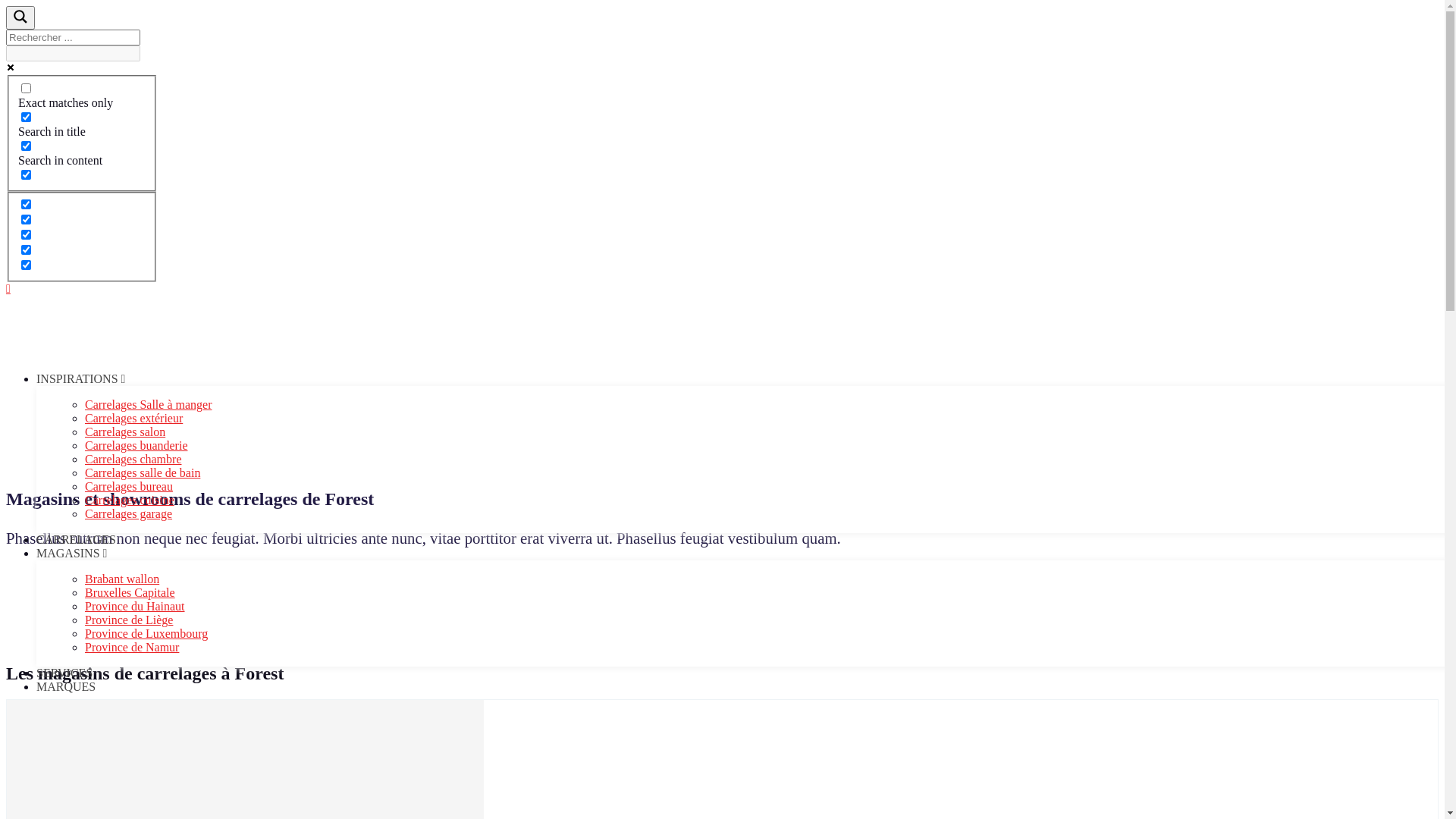 Image resolution: width=1456 pixels, height=819 pixels. What do you see at coordinates (64, 672) in the screenshot?
I see `'SERVICES'` at bounding box center [64, 672].